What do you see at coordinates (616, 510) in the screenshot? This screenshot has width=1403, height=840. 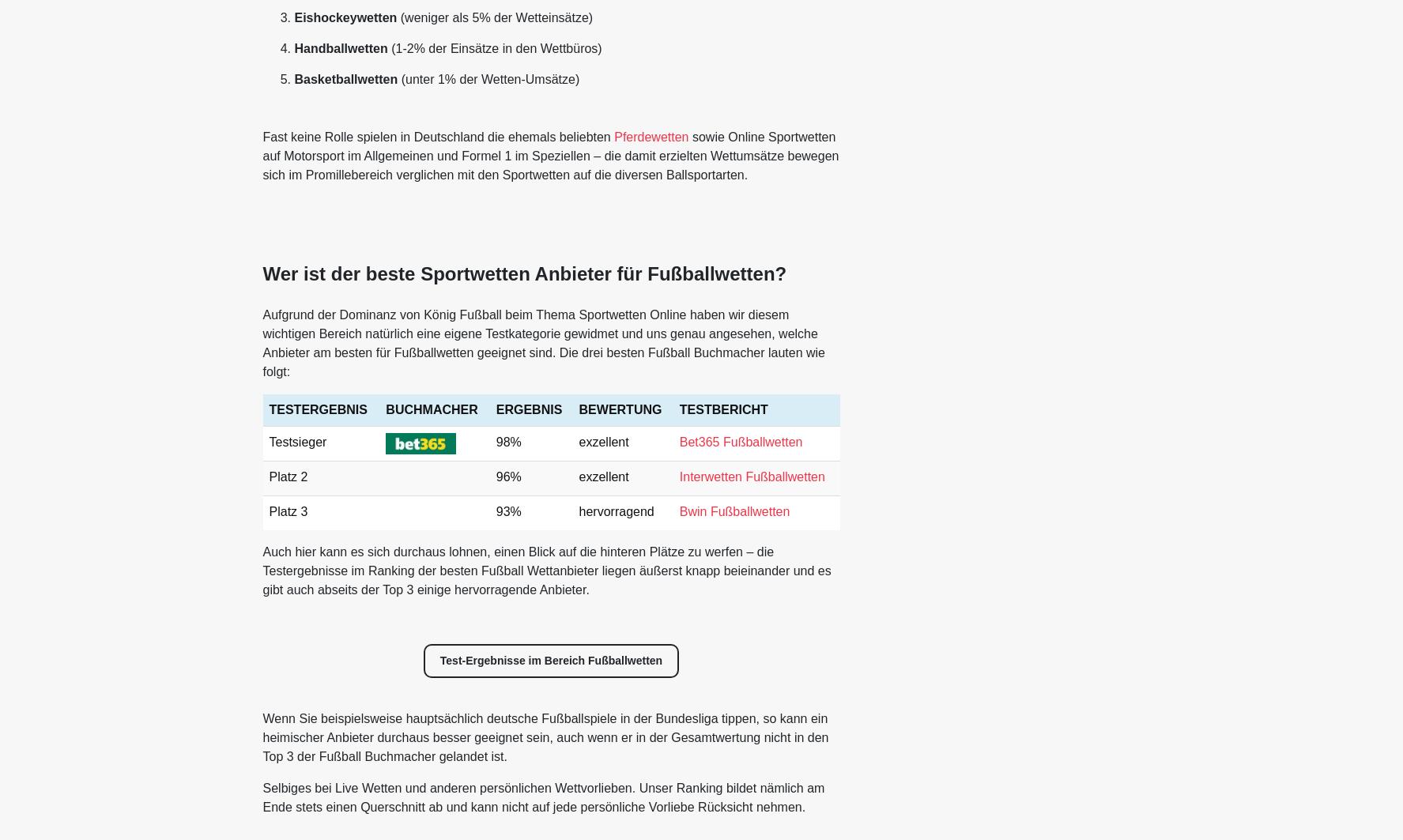 I see `'hervorragend'` at bounding box center [616, 510].